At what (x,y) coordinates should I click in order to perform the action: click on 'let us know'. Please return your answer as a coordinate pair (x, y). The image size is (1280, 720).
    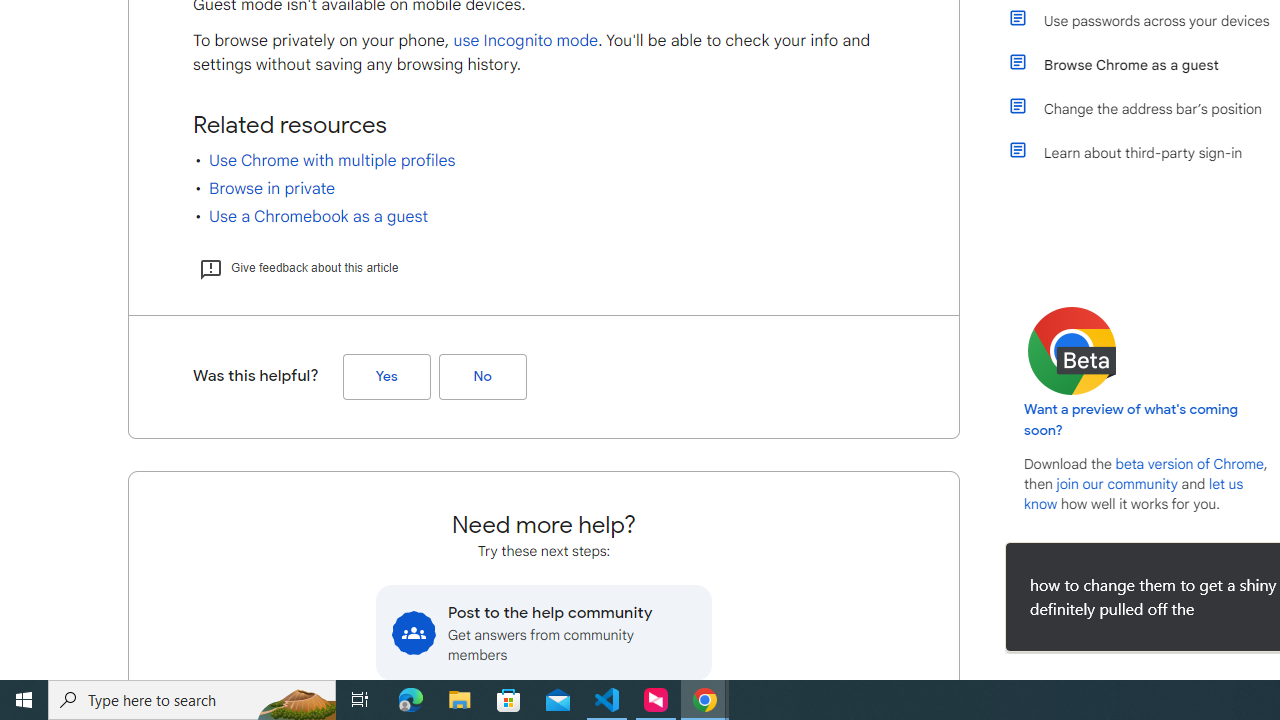
    Looking at the image, I should click on (1134, 493).